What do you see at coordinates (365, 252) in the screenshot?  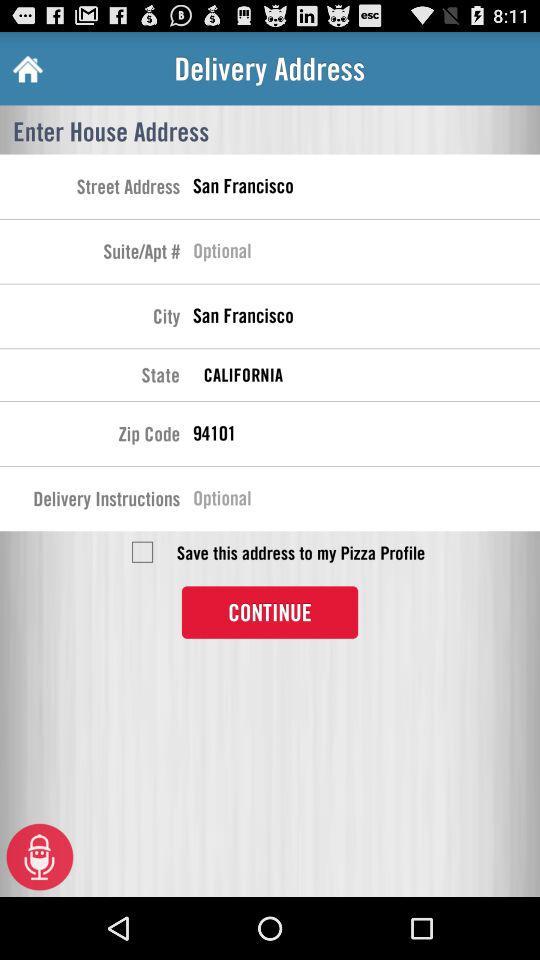 I see `suite or apartment number` at bounding box center [365, 252].